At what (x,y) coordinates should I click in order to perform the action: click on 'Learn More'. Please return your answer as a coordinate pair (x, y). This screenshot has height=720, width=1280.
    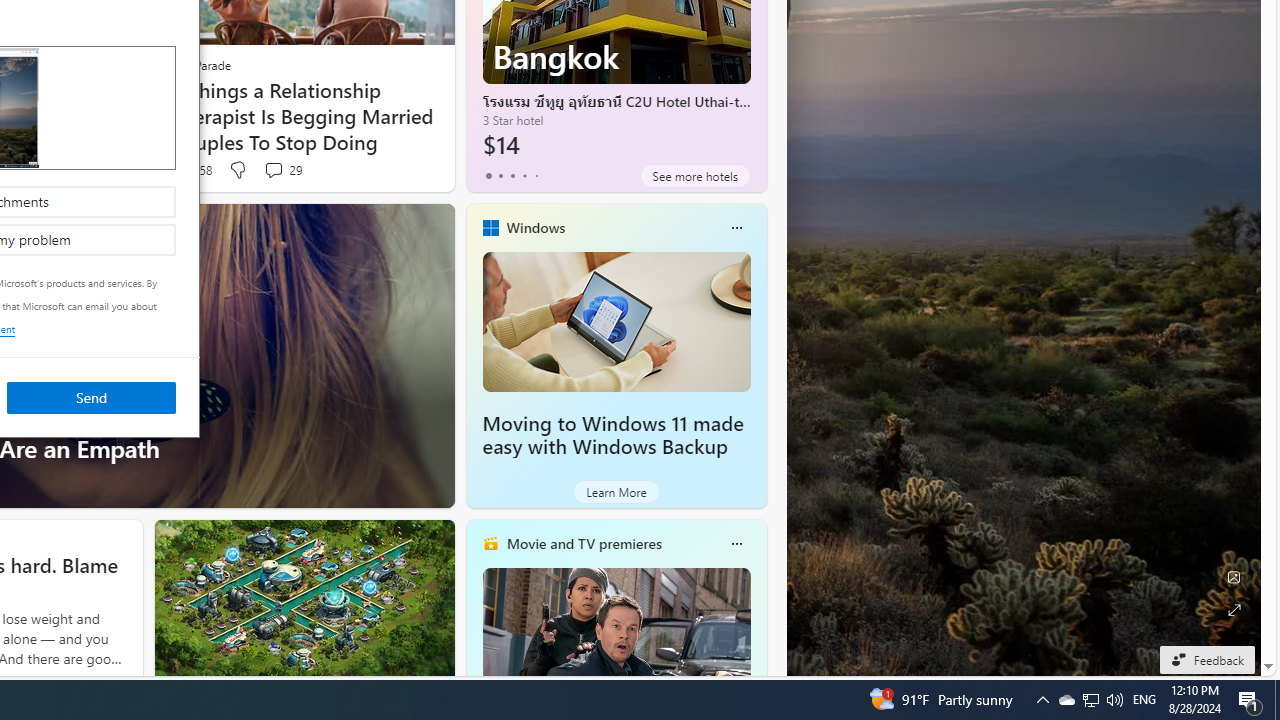
    Looking at the image, I should click on (615, 492).